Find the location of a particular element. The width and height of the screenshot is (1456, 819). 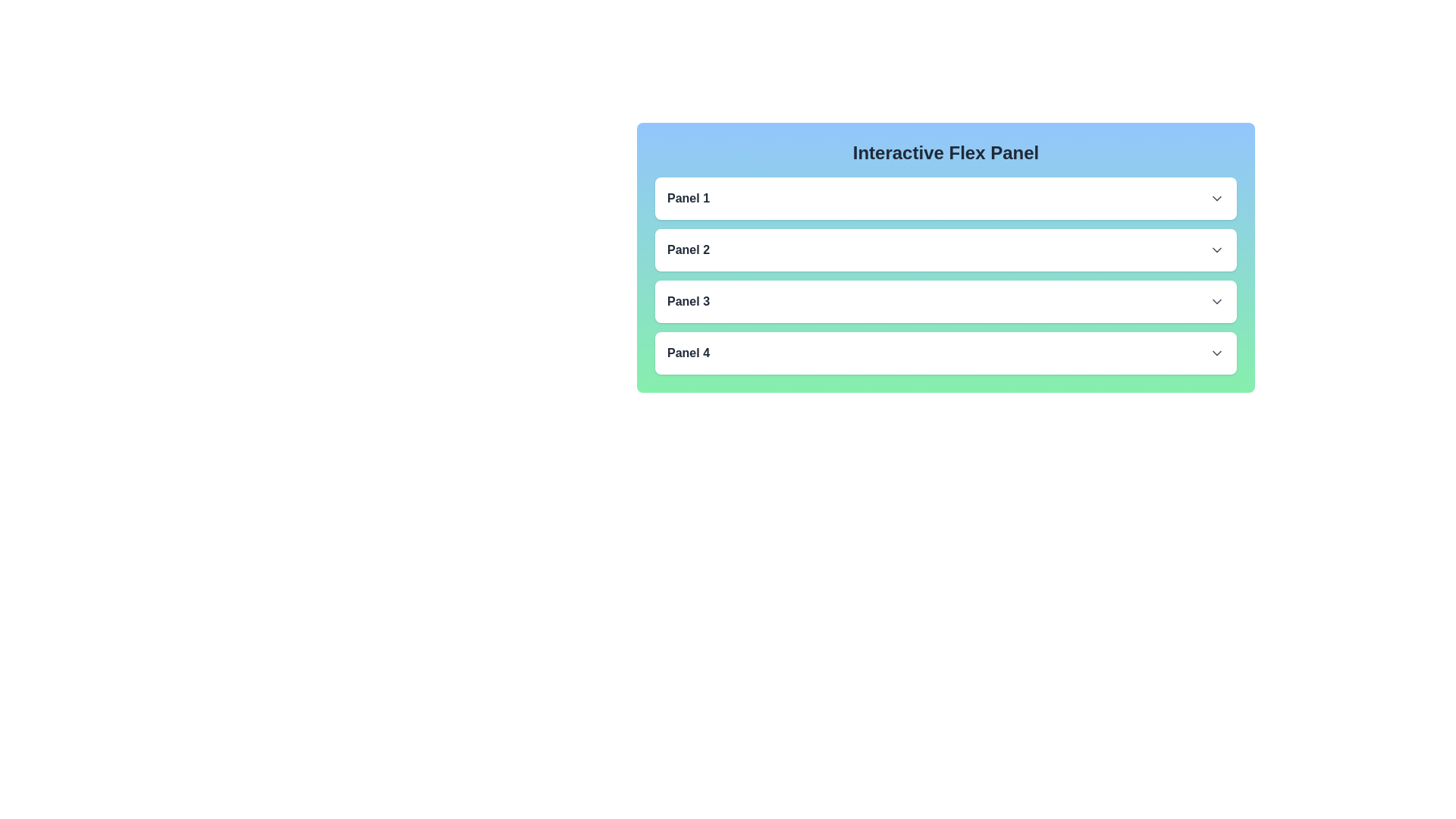

the downward-pointing chevron icon on the far right of 'Panel 4' is located at coordinates (1216, 353).